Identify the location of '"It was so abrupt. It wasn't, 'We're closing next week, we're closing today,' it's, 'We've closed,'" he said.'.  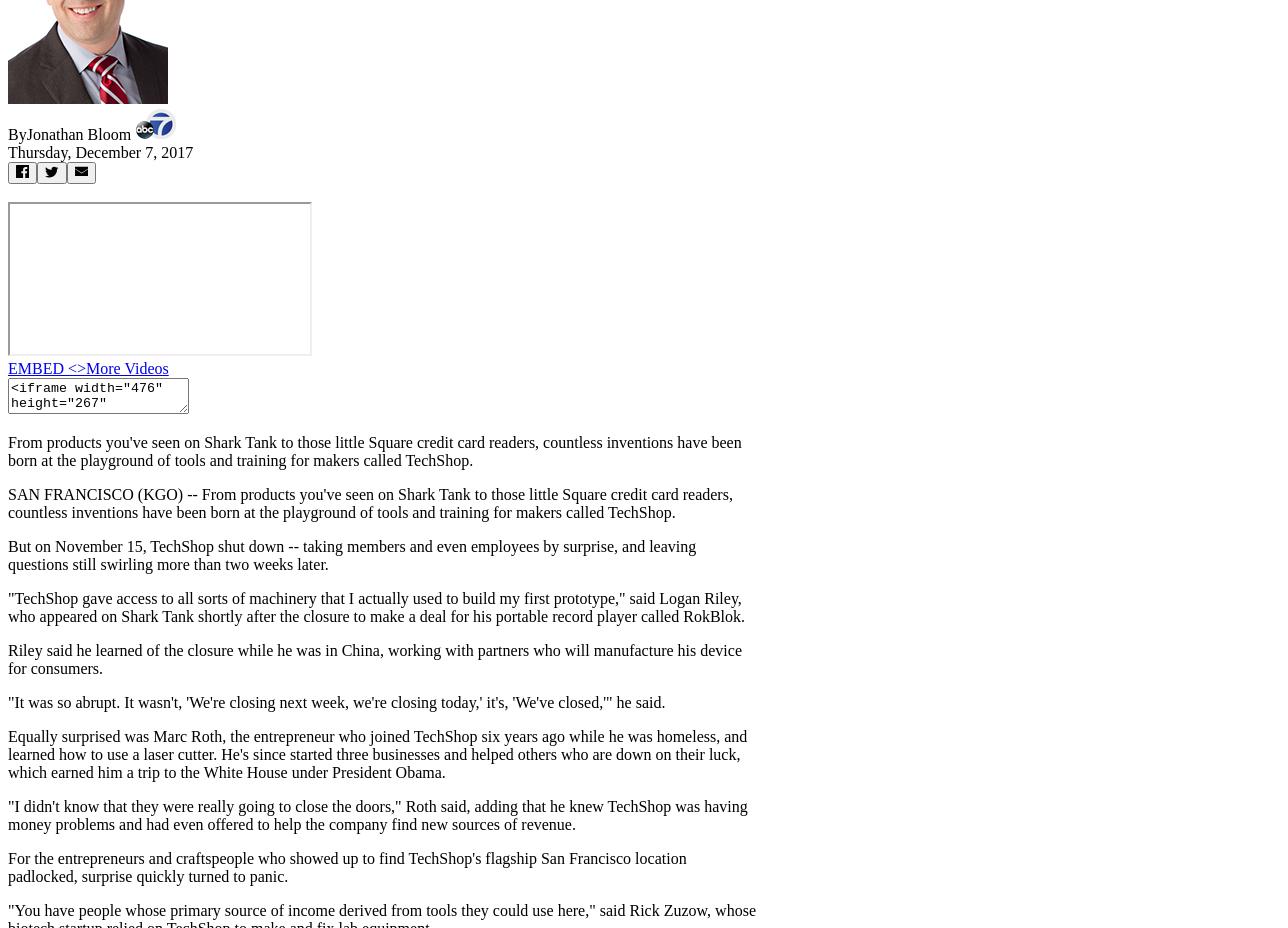
(336, 701).